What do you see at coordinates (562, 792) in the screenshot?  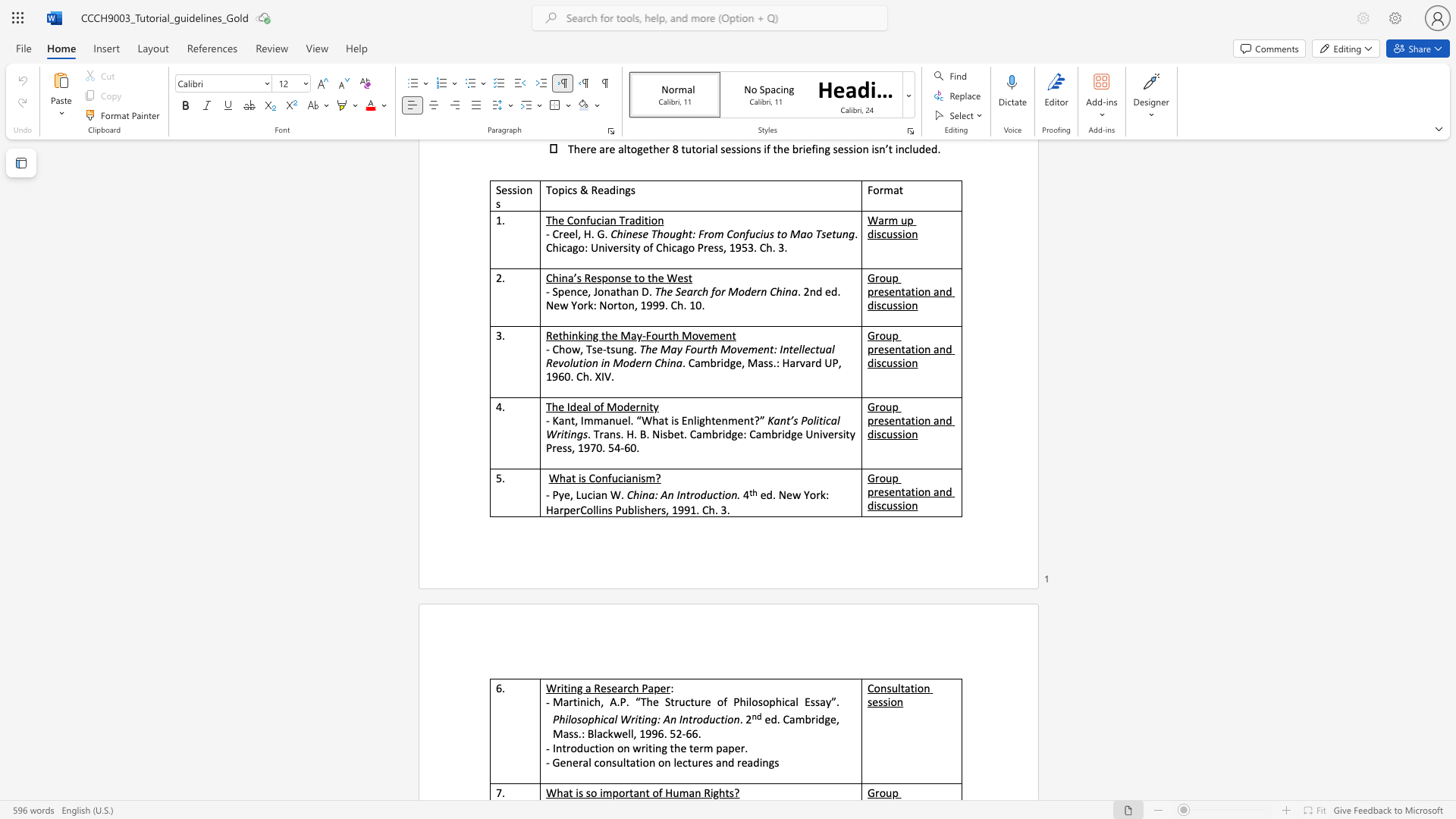 I see `the subset text "at is so important of Human Right" within the text "What is so important of Human Rights?"` at bounding box center [562, 792].